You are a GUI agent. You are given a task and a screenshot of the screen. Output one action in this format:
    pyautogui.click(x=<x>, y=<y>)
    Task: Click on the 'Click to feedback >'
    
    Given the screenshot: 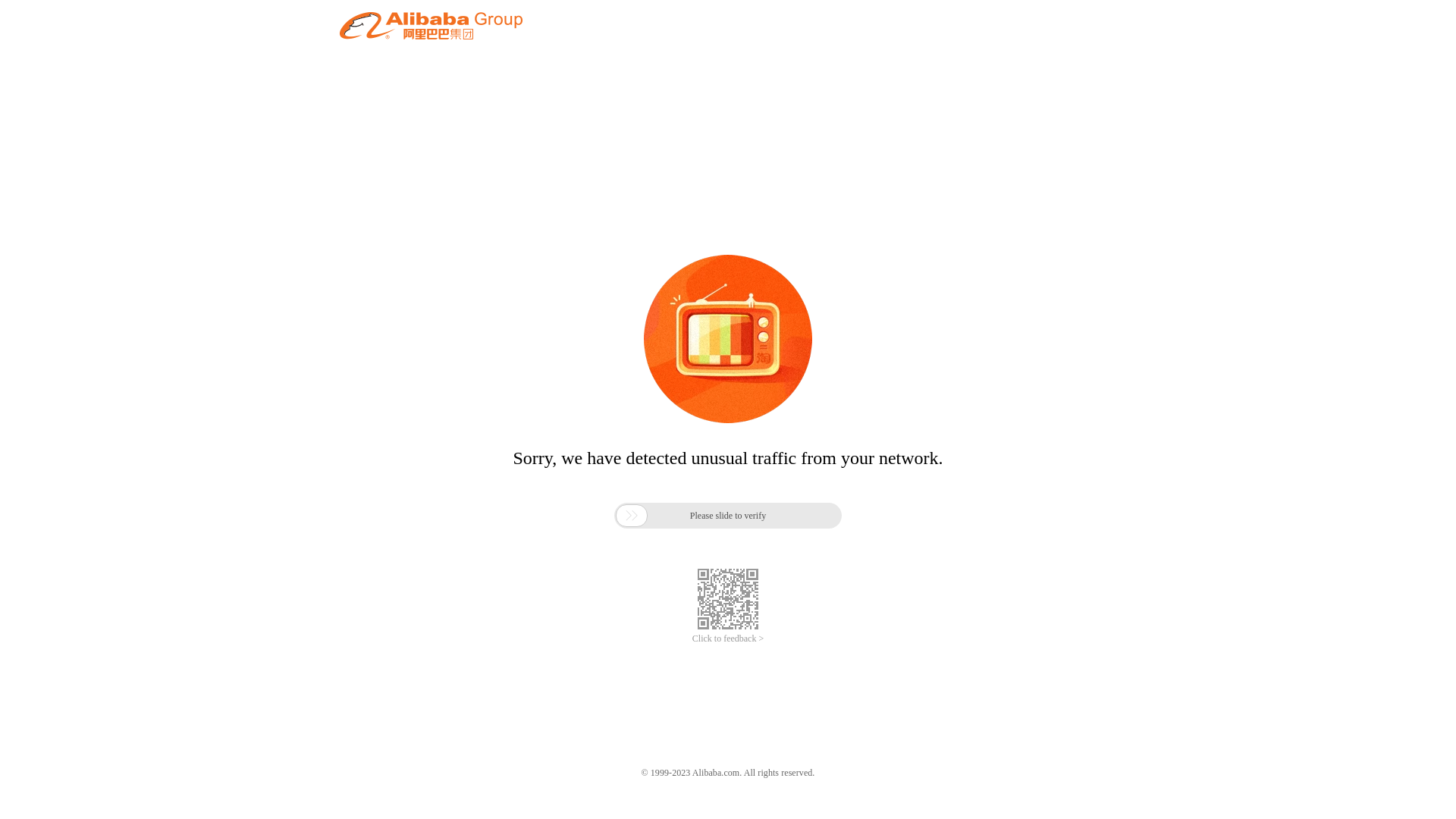 What is the action you would take?
    pyautogui.click(x=728, y=639)
    